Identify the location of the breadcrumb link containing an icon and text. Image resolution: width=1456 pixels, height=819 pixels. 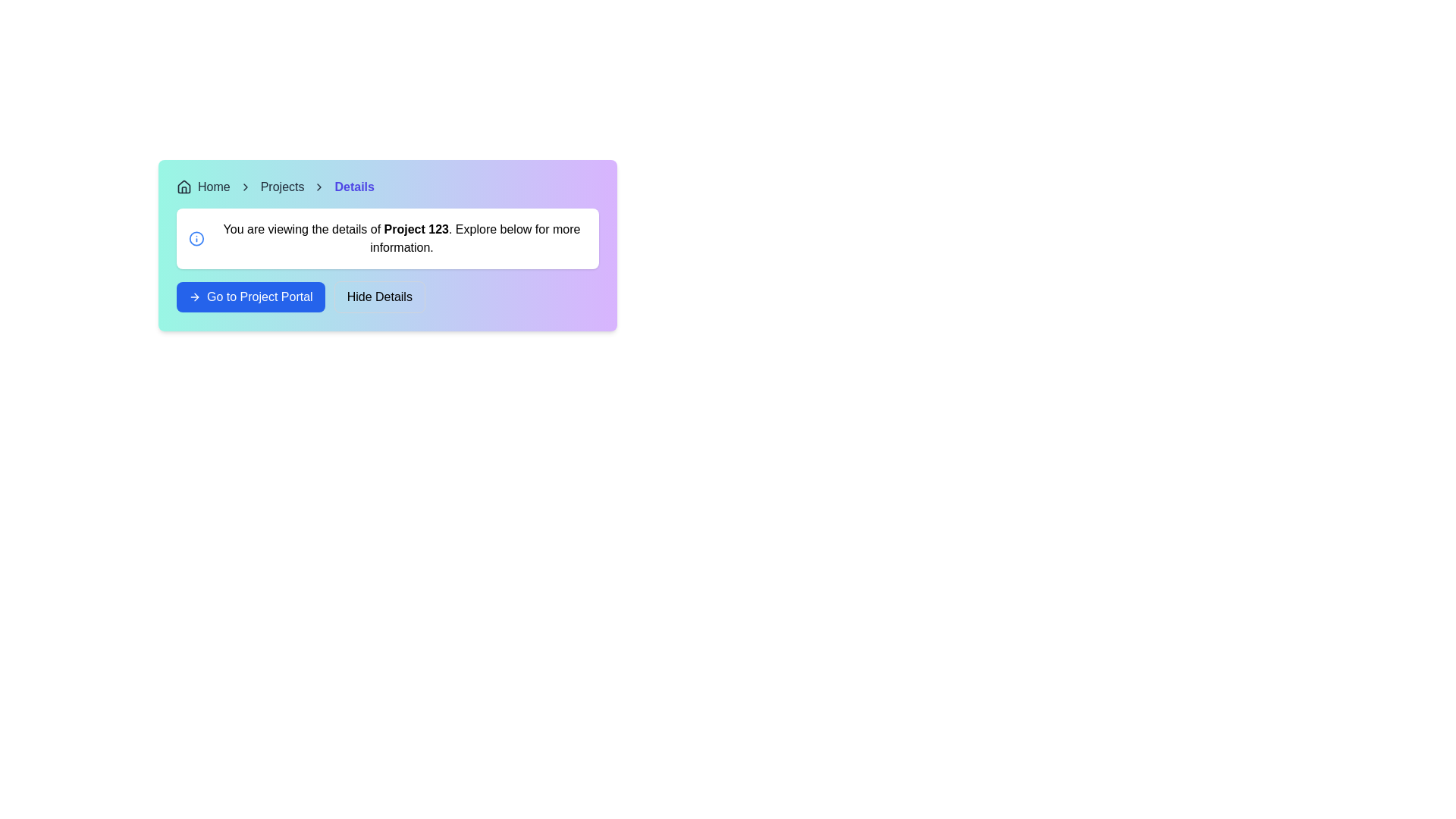
(202, 186).